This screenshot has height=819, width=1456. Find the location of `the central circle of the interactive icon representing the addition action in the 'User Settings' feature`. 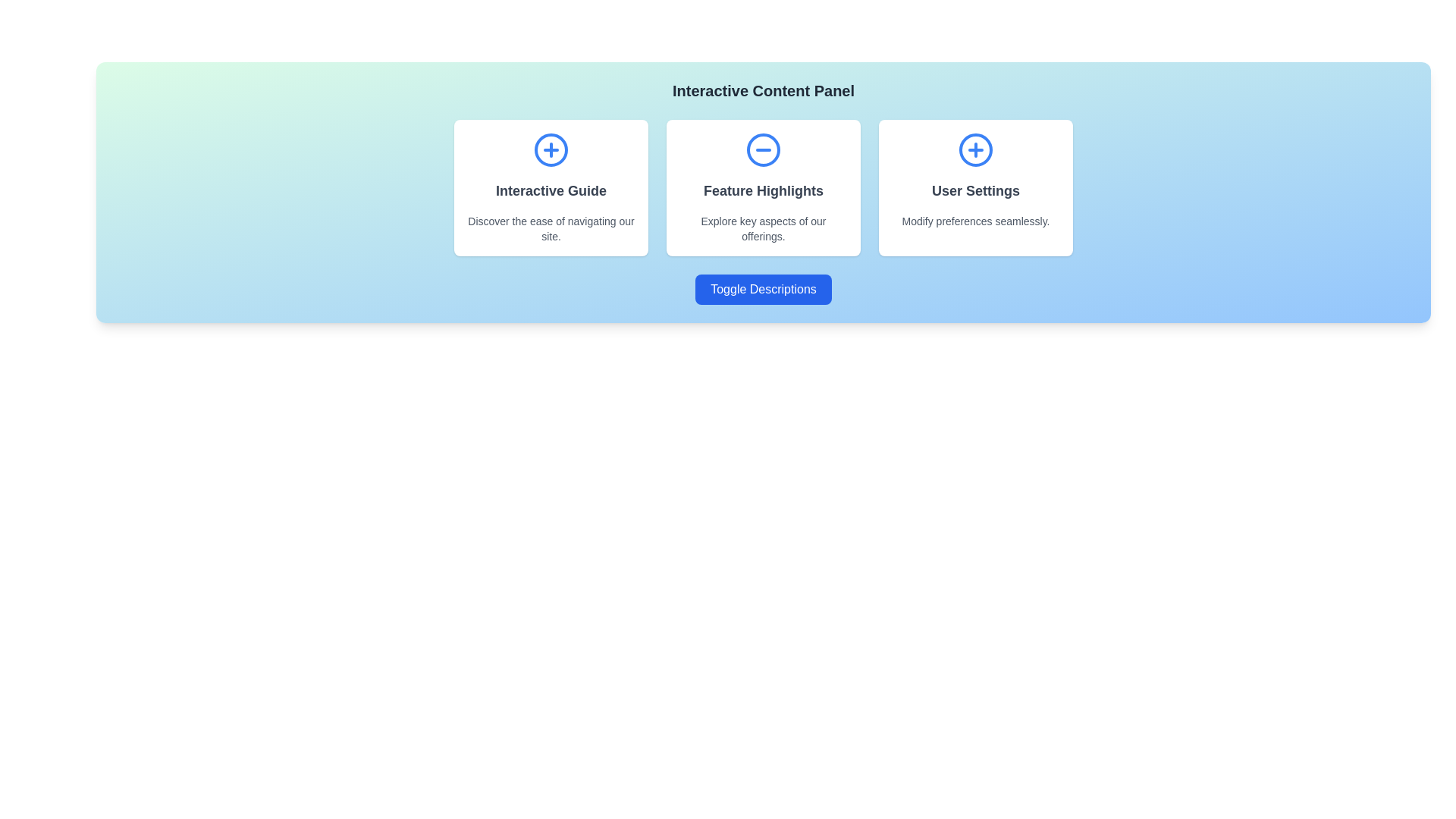

the central circle of the interactive icon representing the addition action in the 'User Settings' feature is located at coordinates (975, 149).